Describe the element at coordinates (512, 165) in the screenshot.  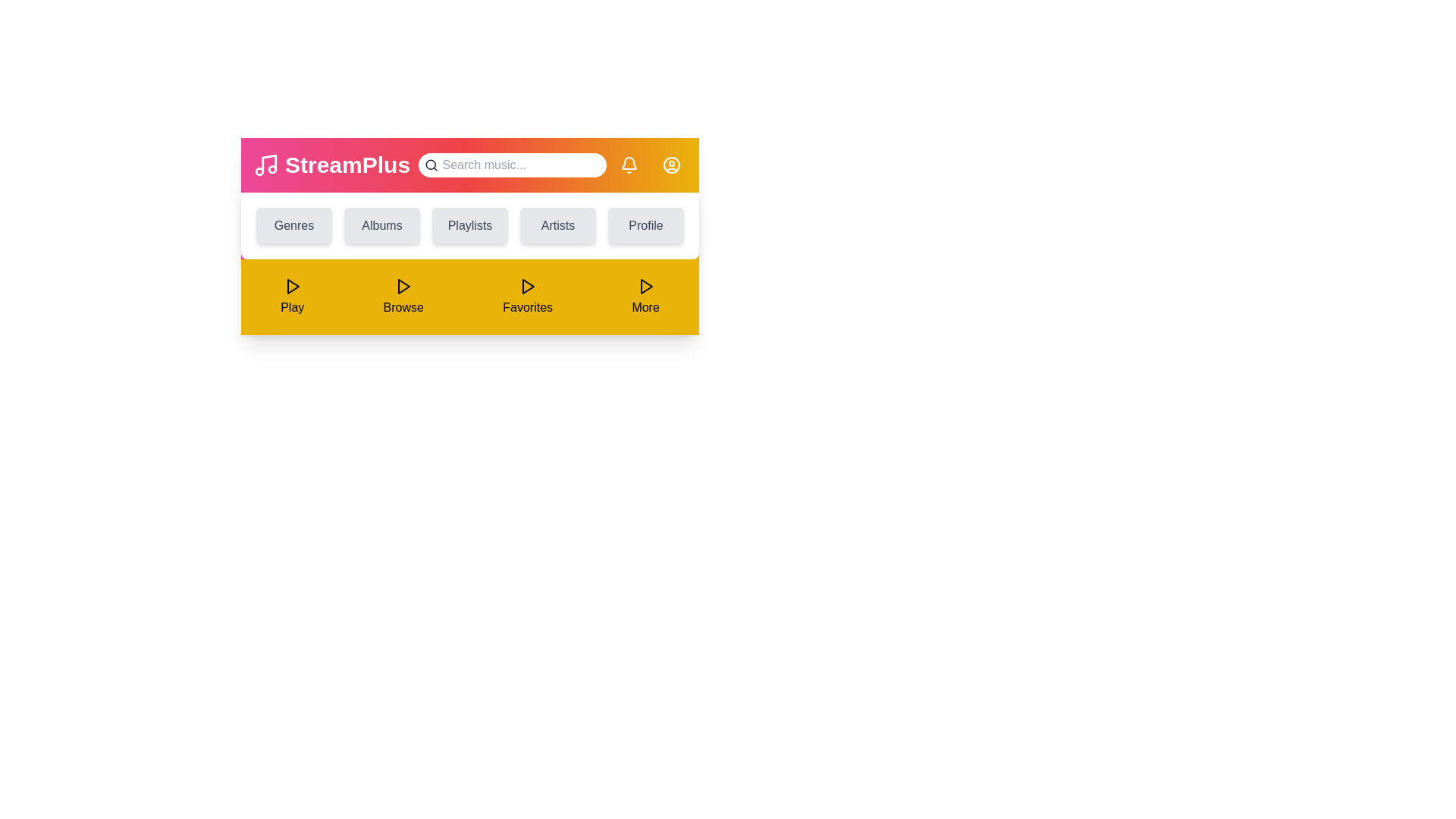
I see `the search input field to focus on it for typing a query` at that location.